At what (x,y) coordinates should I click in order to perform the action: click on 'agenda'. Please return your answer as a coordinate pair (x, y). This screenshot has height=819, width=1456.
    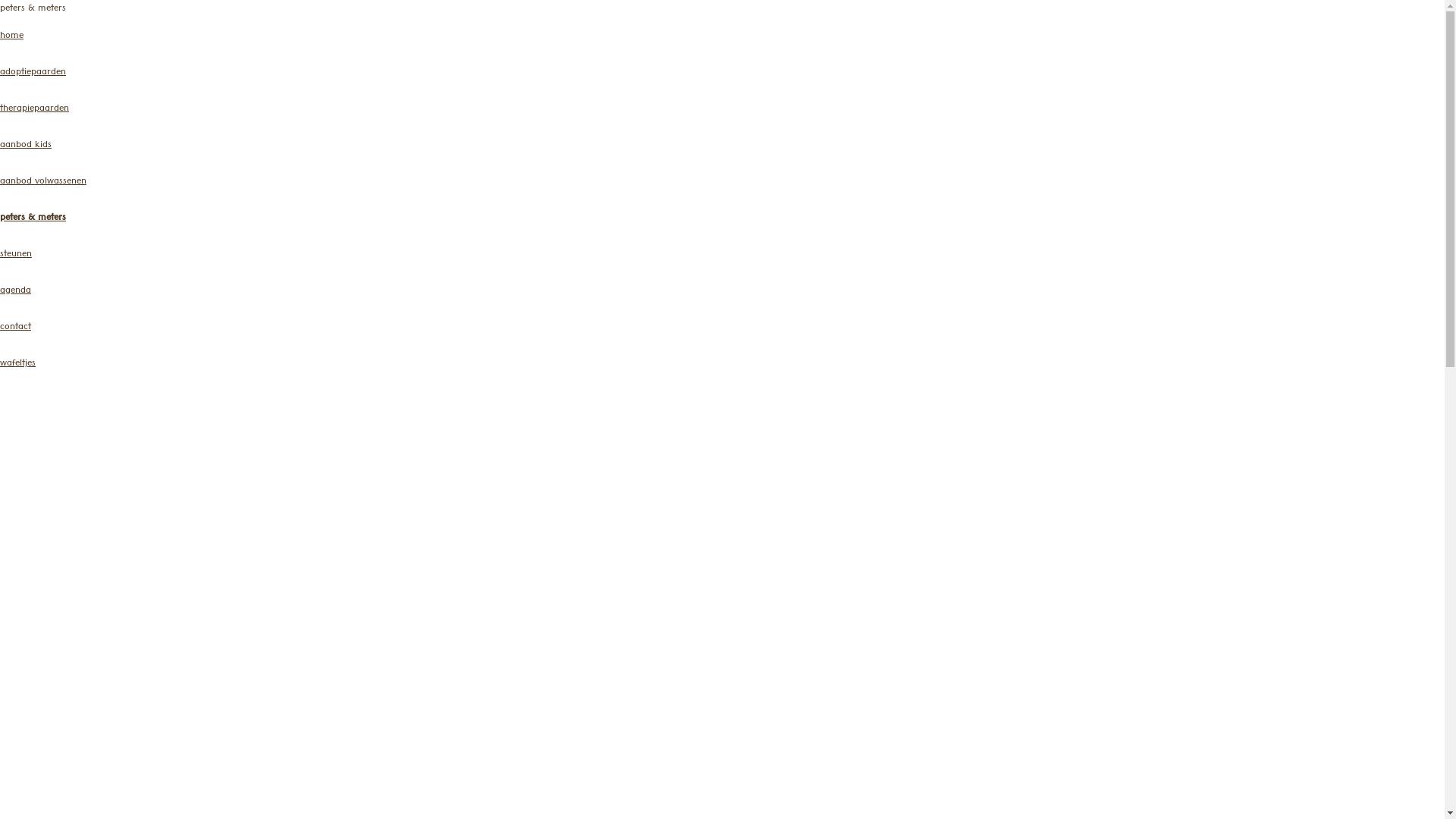
    Looking at the image, I should click on (15, 291).